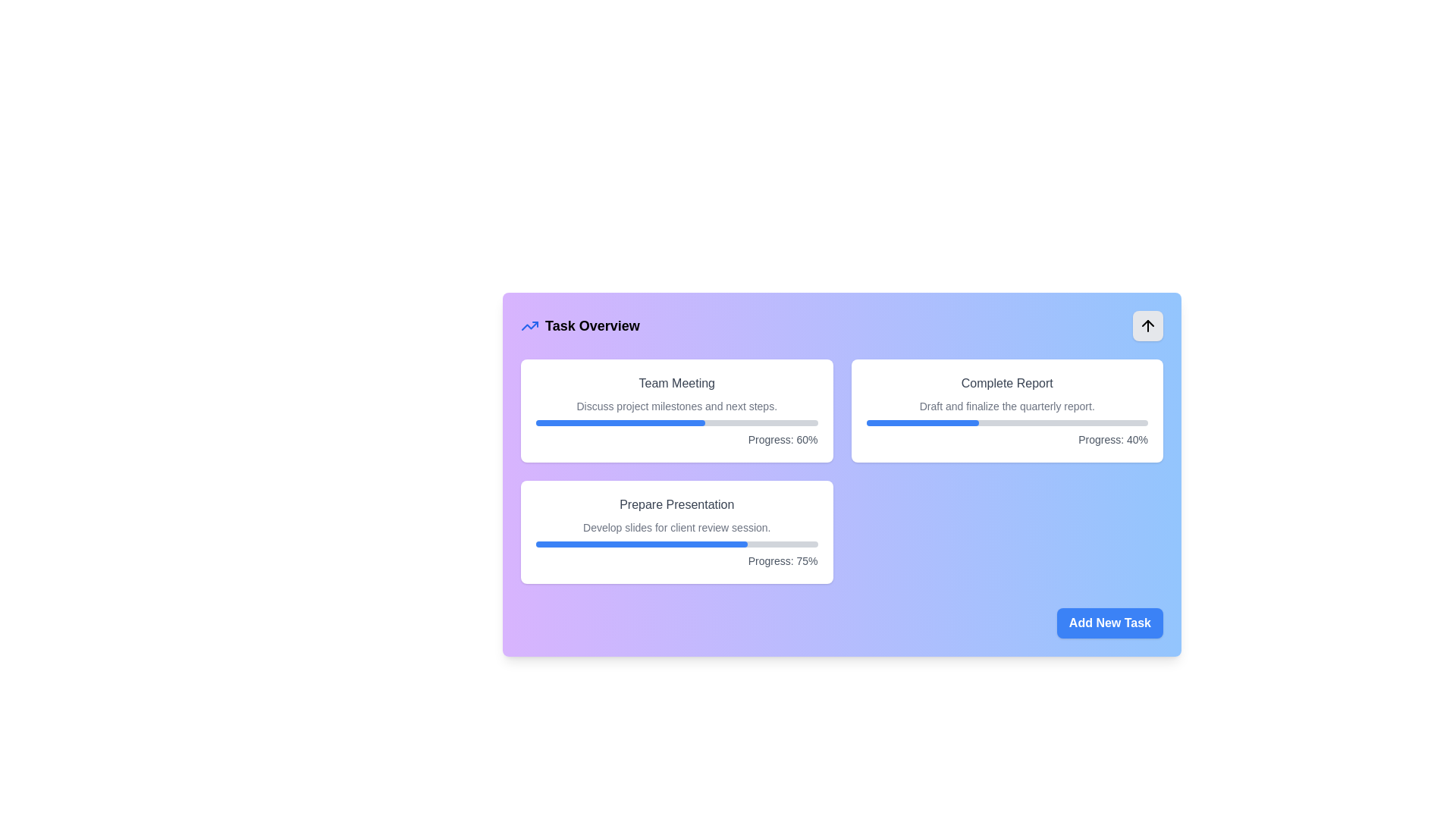 The image size is (1456, 819). What do you see at coordinates (921, 423) in the screenshot?
I see `the horizontal blue progress bar indicating percentage completion, located in the top-right quadrant of the 'Complete Report' tile` at bounding box center [921, 423].